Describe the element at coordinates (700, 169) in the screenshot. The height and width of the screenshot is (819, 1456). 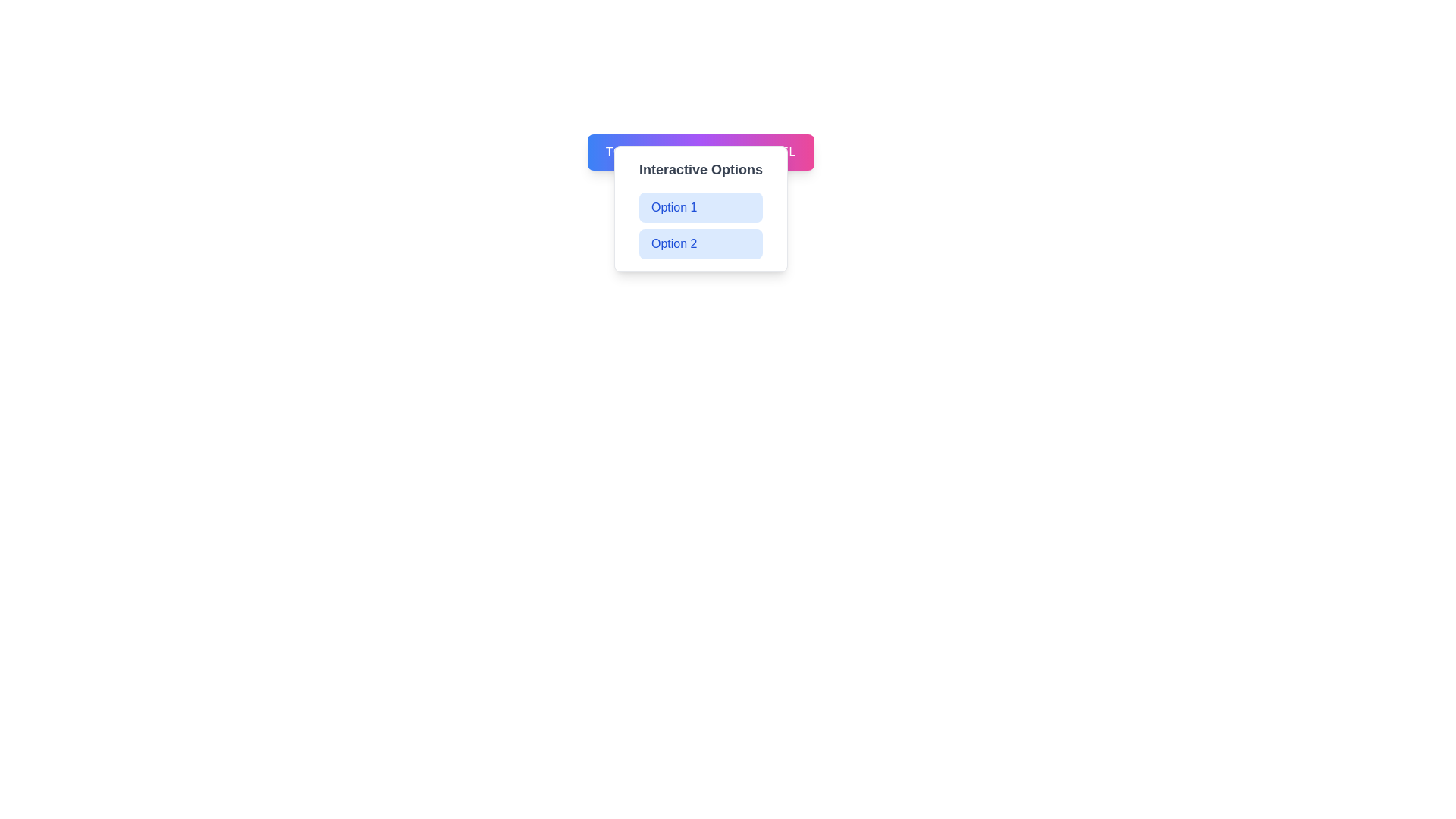
I see `the Text label that serves as a title or heading for the dropdown options 'Option 1' and 'Option 2', positioned above them and centered horizontally in the menu` at that location.